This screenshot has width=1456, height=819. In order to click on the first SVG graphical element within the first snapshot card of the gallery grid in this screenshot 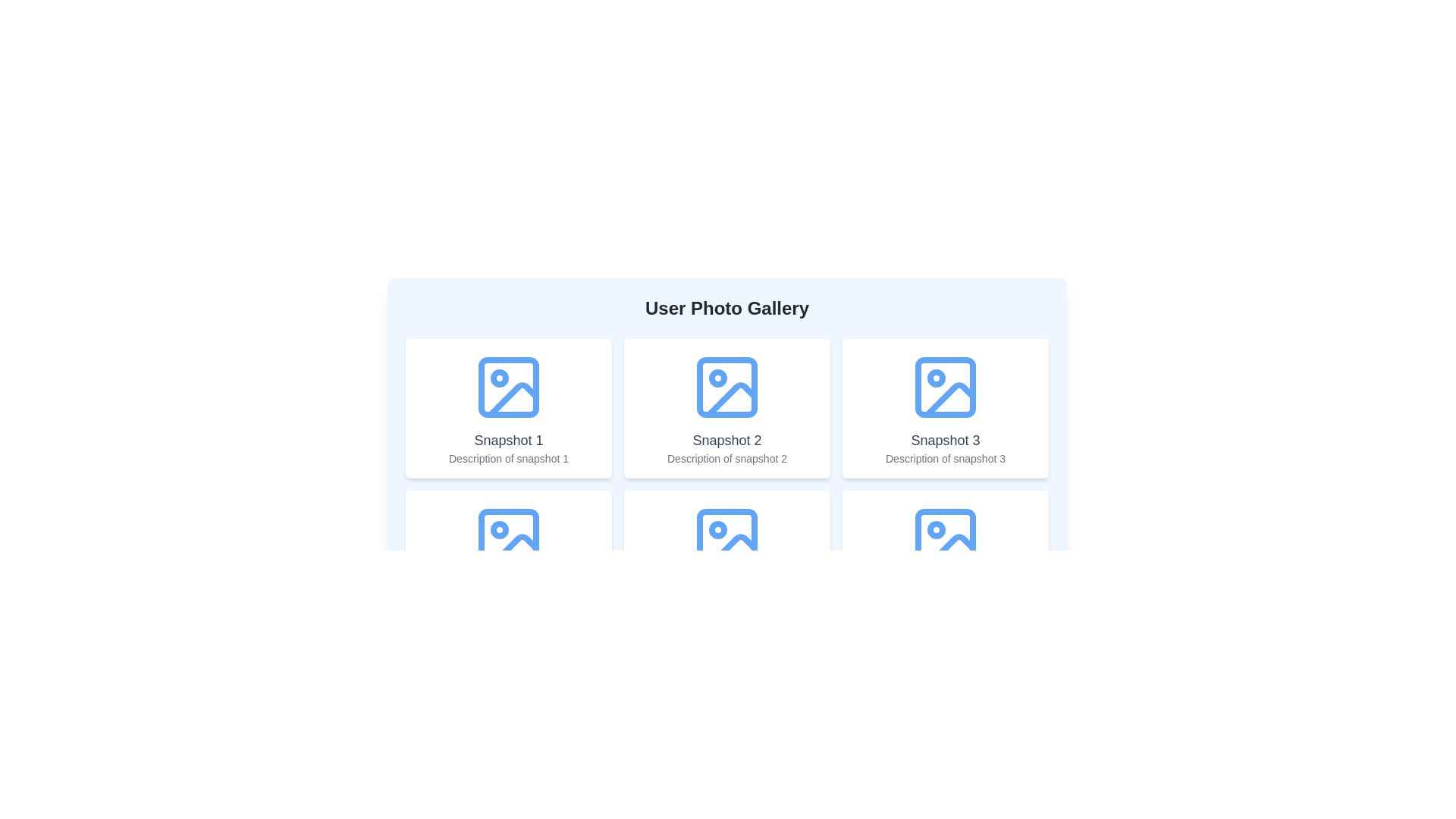, I will do `click(509, 386)`.